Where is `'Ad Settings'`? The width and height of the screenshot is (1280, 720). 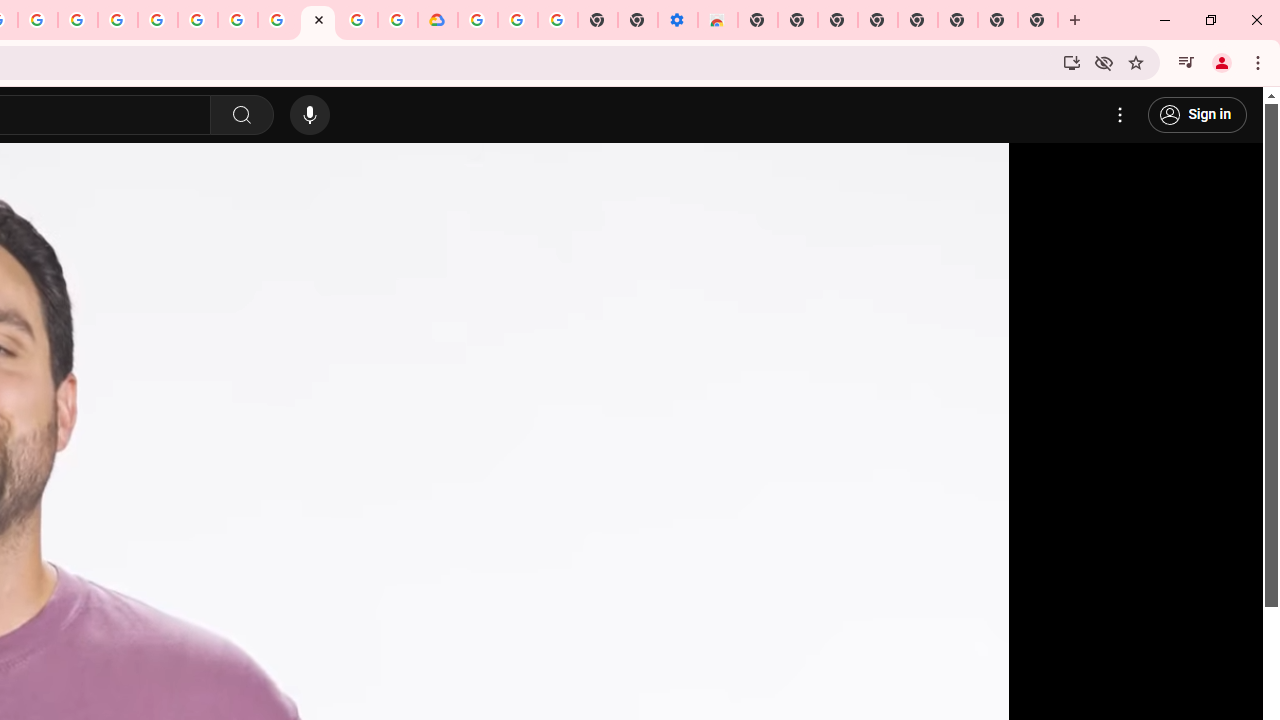 'Ad Settings' is located at coordinates (117, 20).